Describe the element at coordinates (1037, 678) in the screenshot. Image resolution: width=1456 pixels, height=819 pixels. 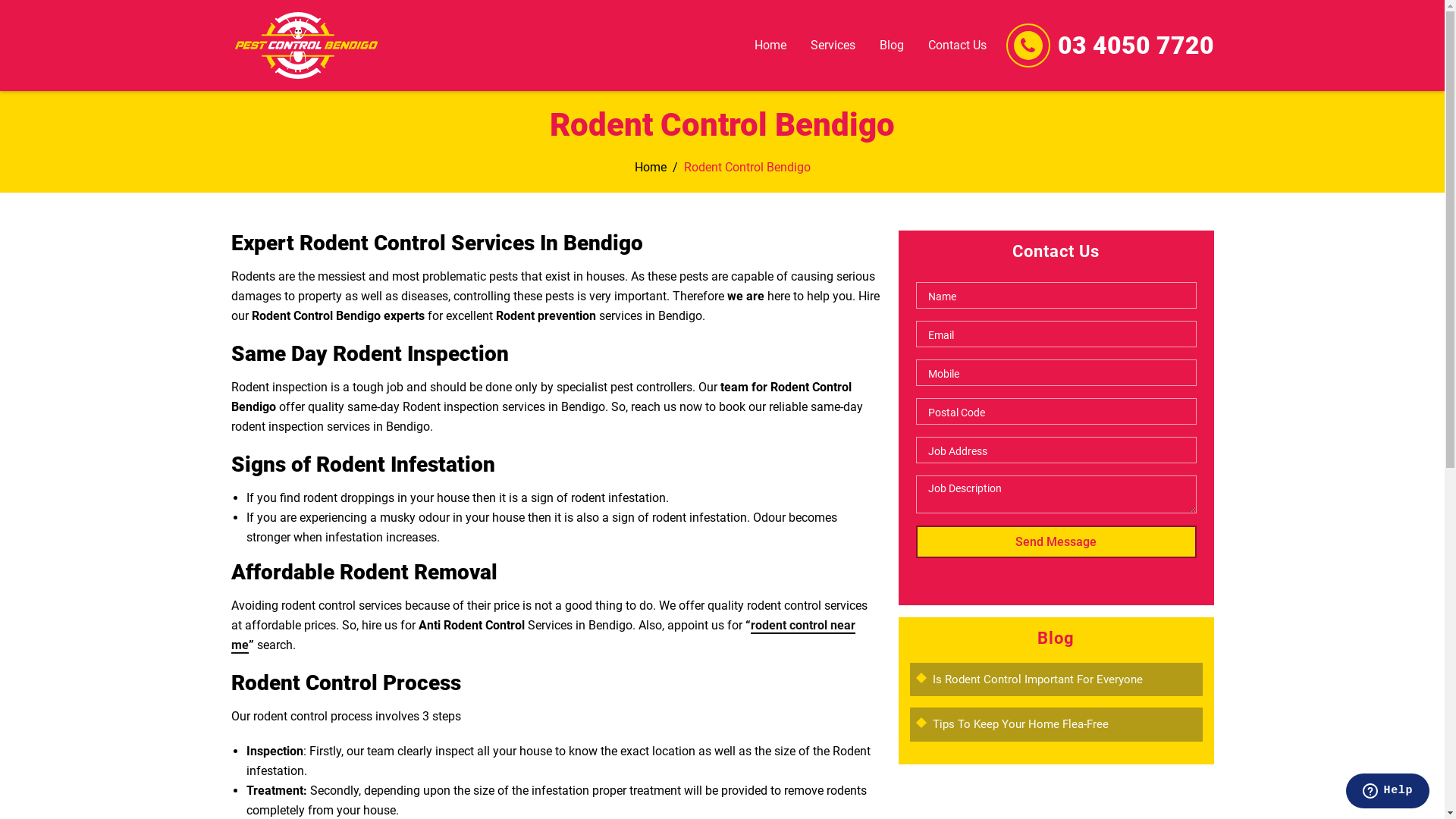
I see `'Is Rodent Control Important For Everyone'` at that location.